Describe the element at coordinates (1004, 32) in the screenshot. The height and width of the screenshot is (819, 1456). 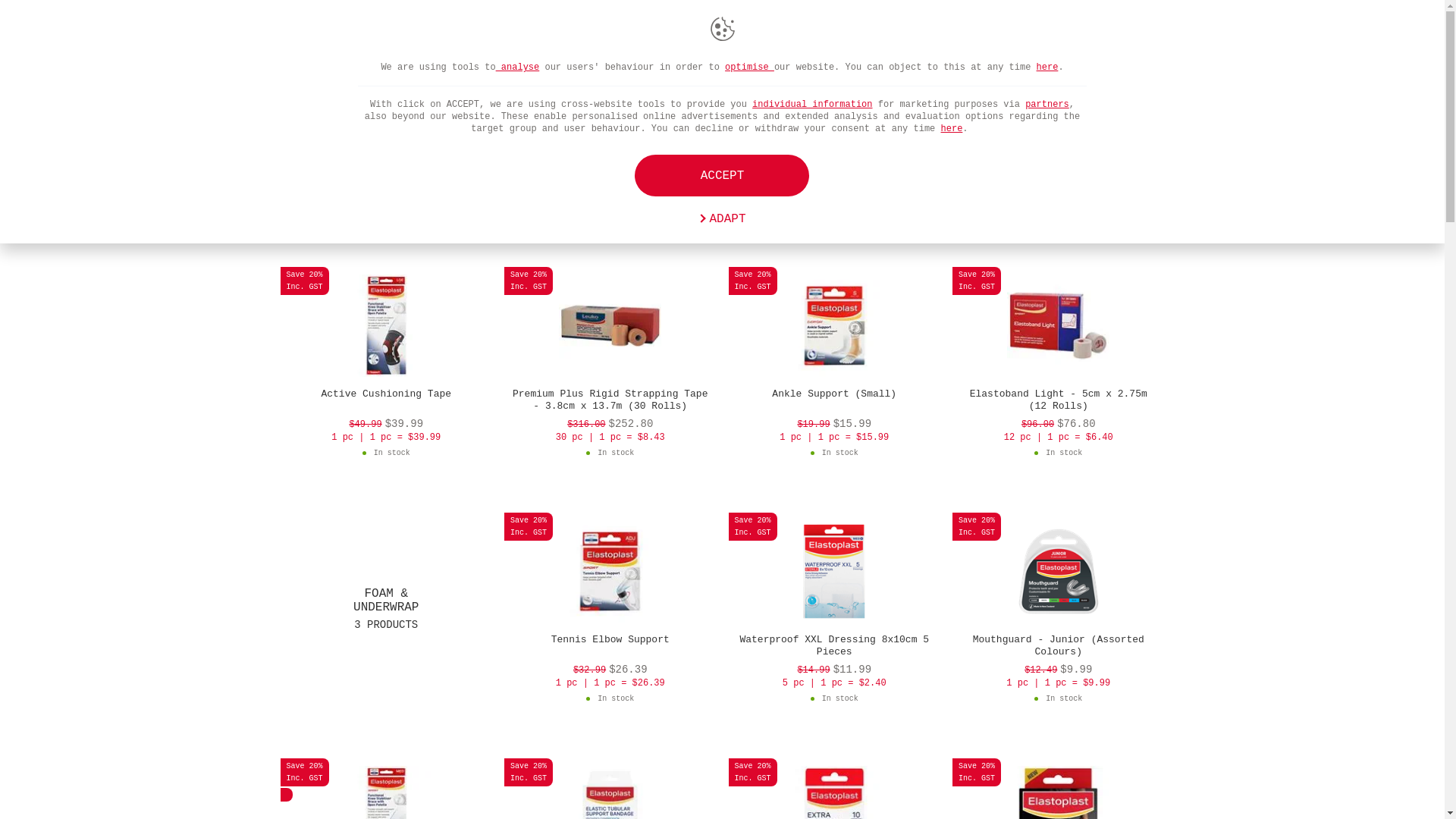
I see `'Go To Cart'` at that location.